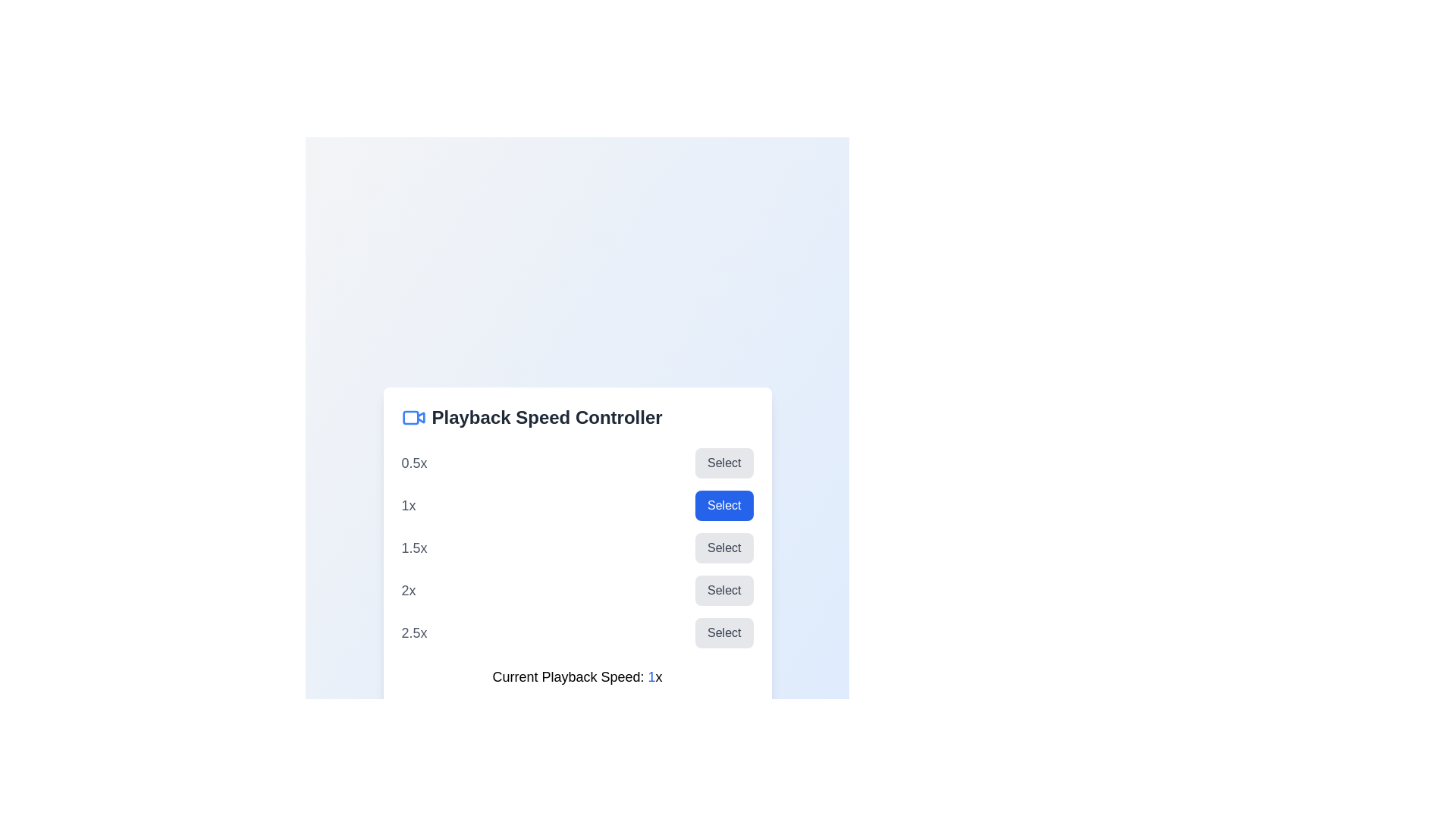 The height and width of the screenshot is (819, 1456). Describe the element at coordinates (414, 462) in the screenshot. I see `the text label displaying '0.5x', which is styled in bold grey font and located under the 'Playback Speed Controller' header, positioned to the left of the 'Select' button` at that location.